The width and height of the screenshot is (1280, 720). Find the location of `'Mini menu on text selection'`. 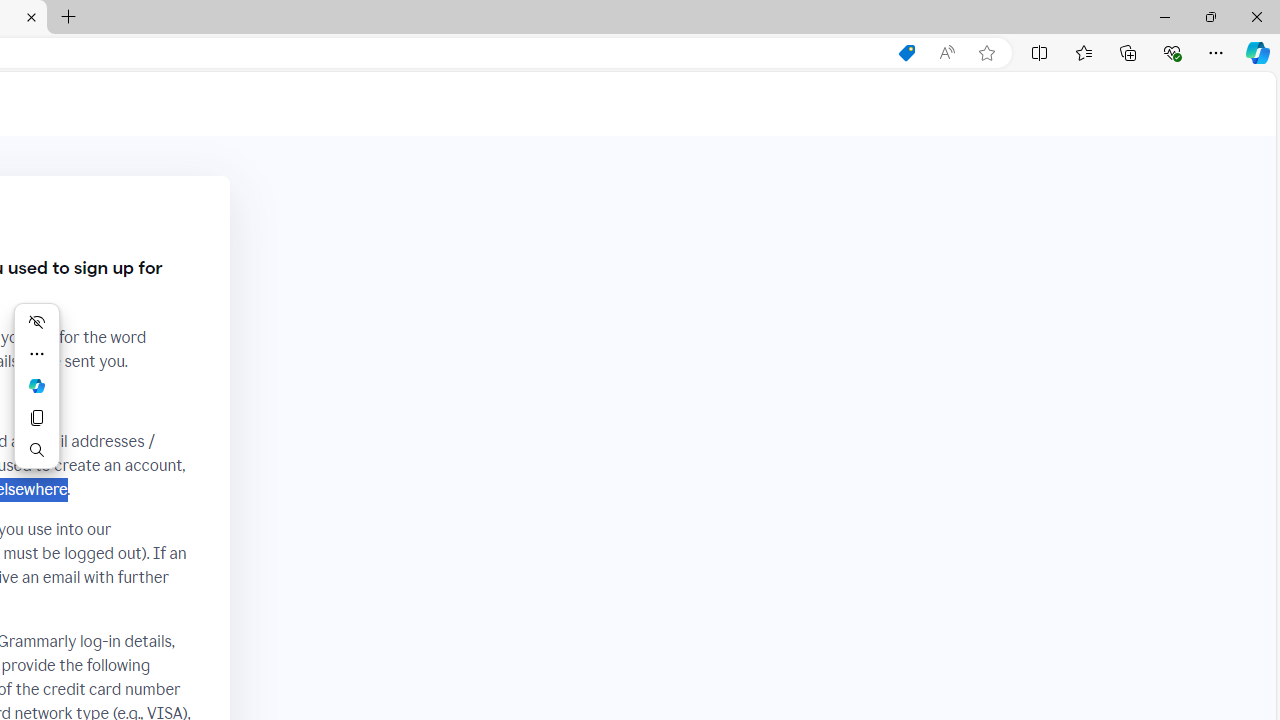

'Mini menu on text selection' is located at coordinates (37, 385).